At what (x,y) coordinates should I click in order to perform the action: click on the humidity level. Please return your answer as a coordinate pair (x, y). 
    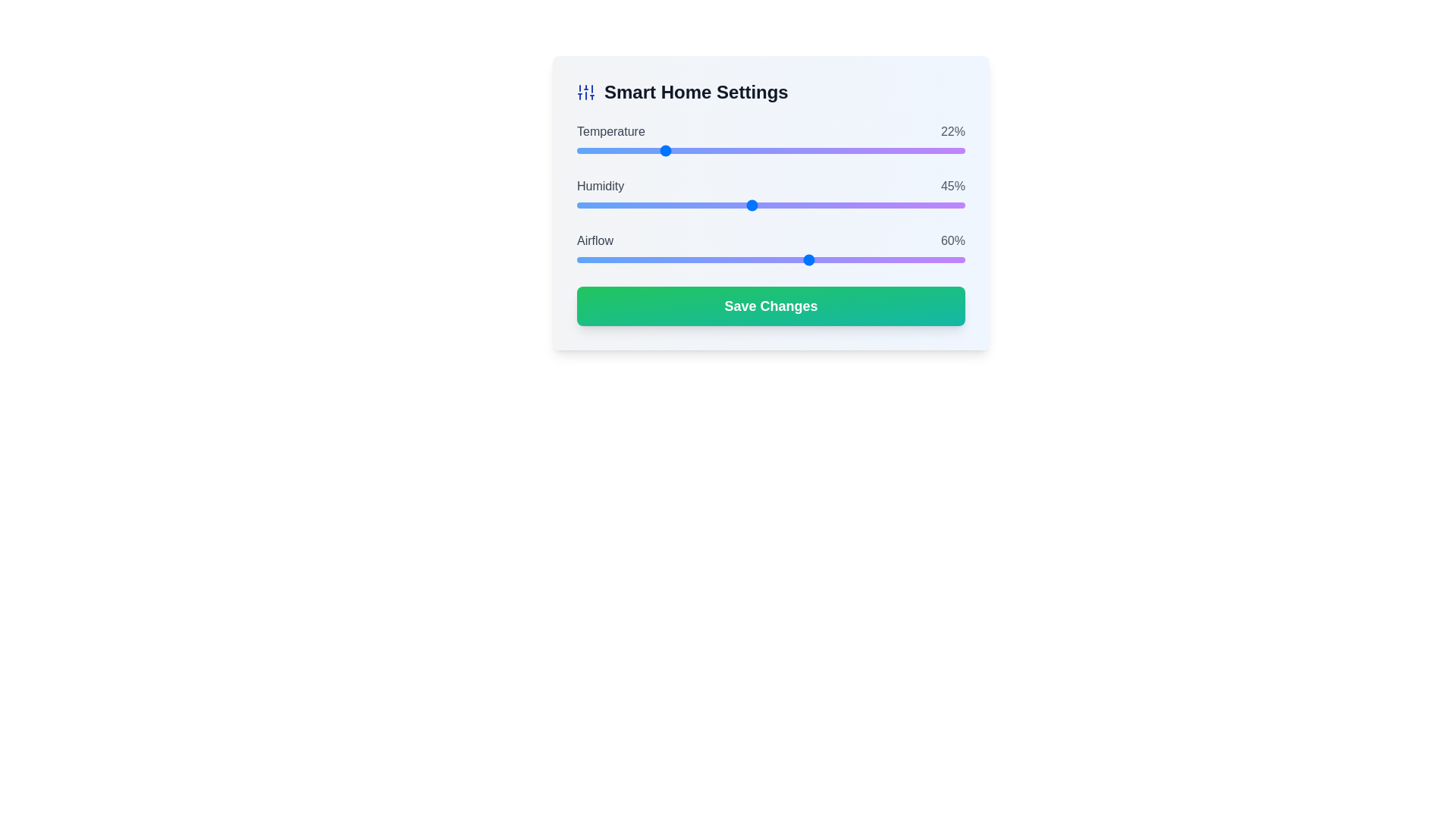
    Looking at the image, I should click on (736, 205).